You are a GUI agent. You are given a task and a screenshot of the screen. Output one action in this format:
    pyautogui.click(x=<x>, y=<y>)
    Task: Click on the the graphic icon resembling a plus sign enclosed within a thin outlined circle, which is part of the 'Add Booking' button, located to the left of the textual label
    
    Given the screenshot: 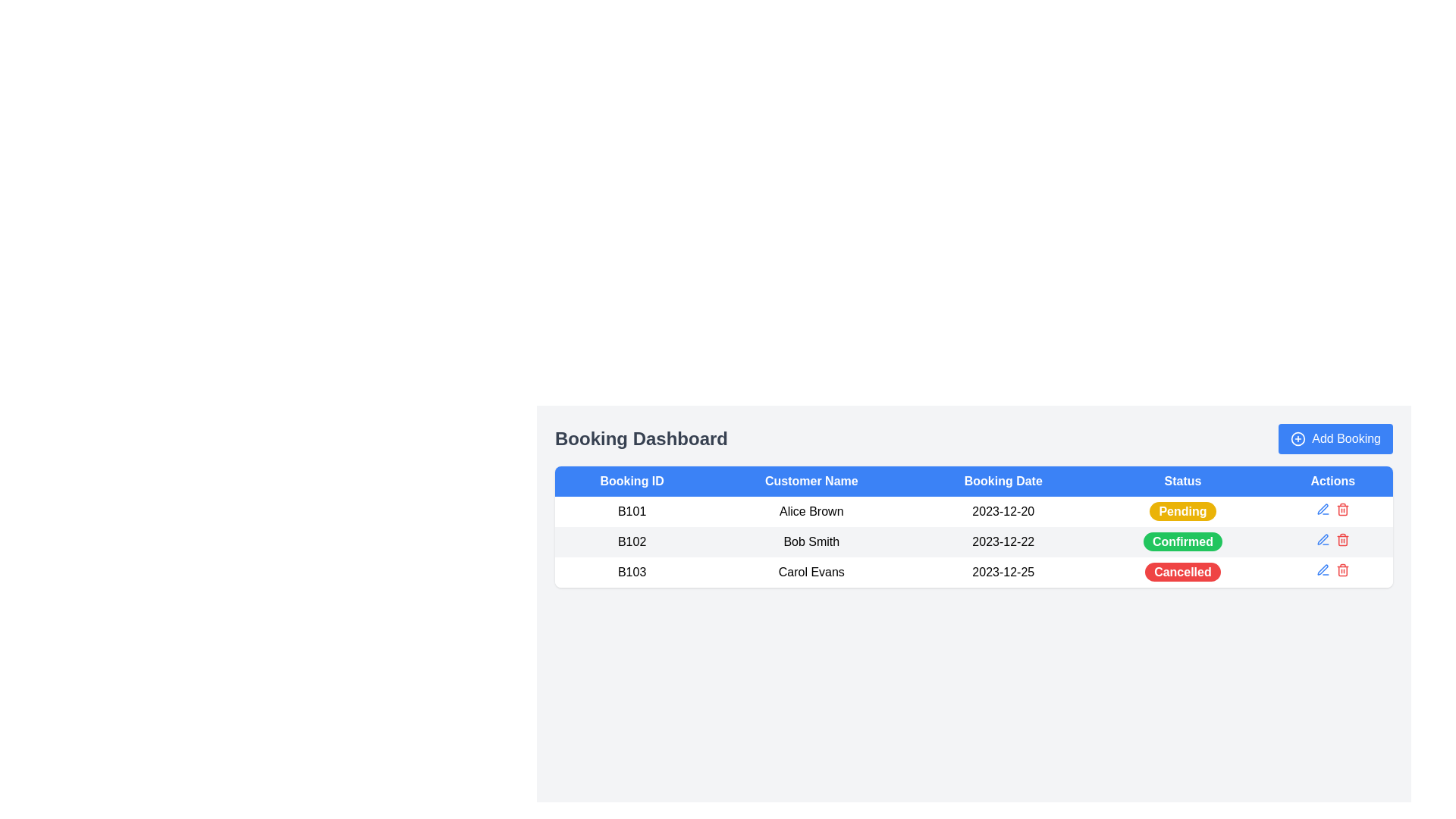 What is the action you would take?
    pyautogui.click(x=1298, y=438)
    